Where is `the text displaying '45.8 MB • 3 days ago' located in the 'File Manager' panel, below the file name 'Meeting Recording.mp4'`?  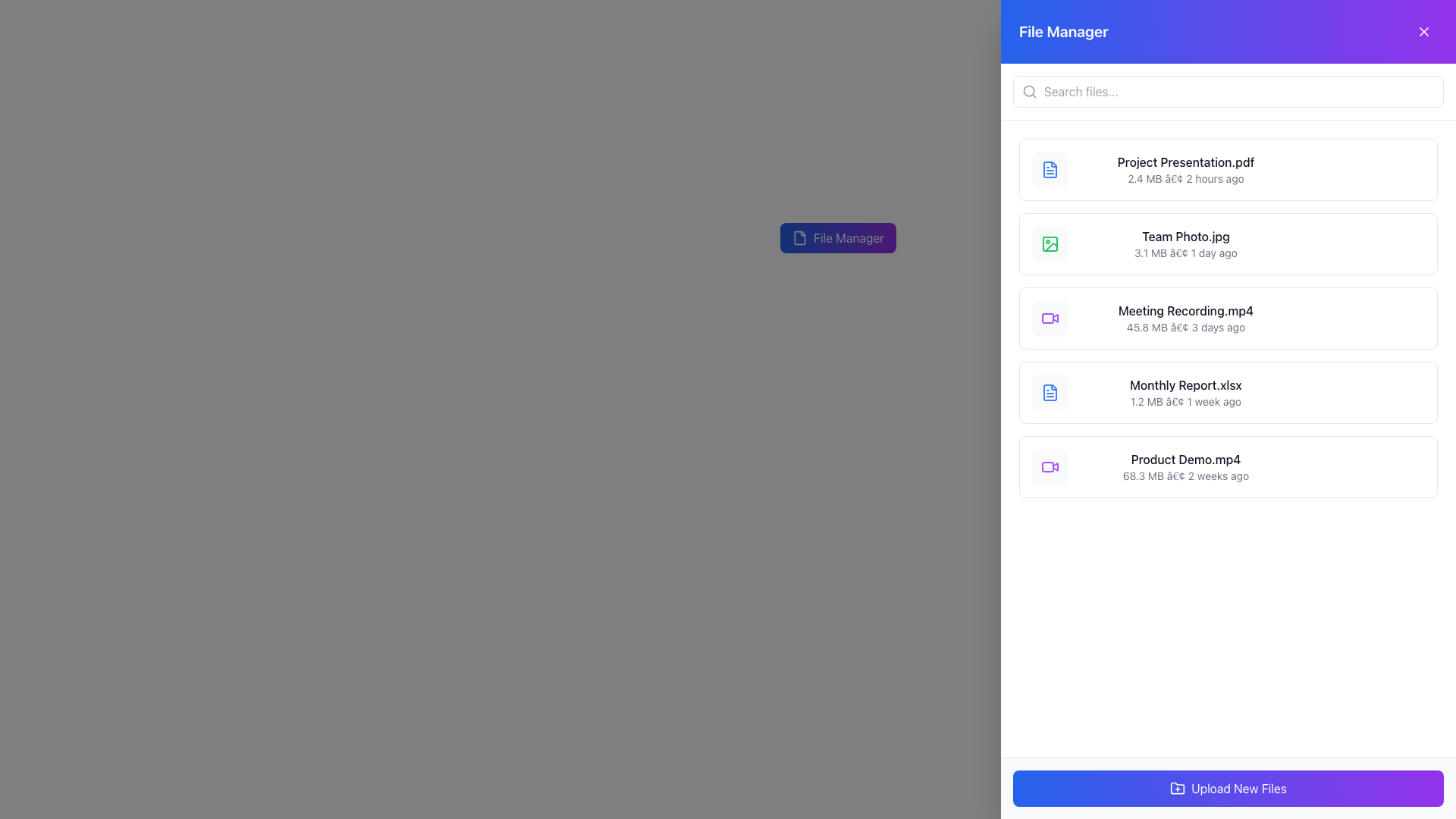
the text displaying '45.8 MB • 3 days ago' located in the 'File Manager' panel, below the file name 'Meeting Recording.mp4' is located at coordinates (1185, 327).